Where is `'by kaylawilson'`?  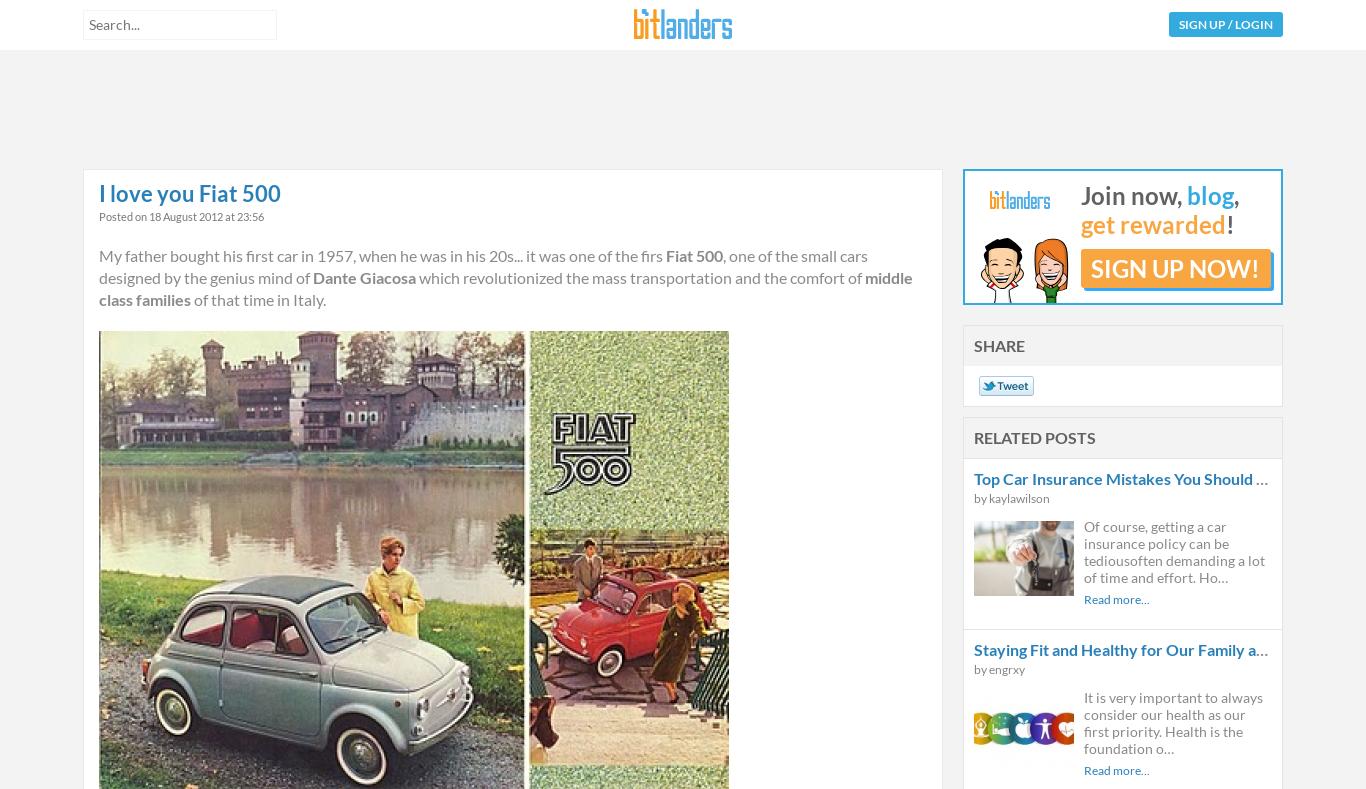 'by kaylawilson' is located at coordinates (1011, 497).